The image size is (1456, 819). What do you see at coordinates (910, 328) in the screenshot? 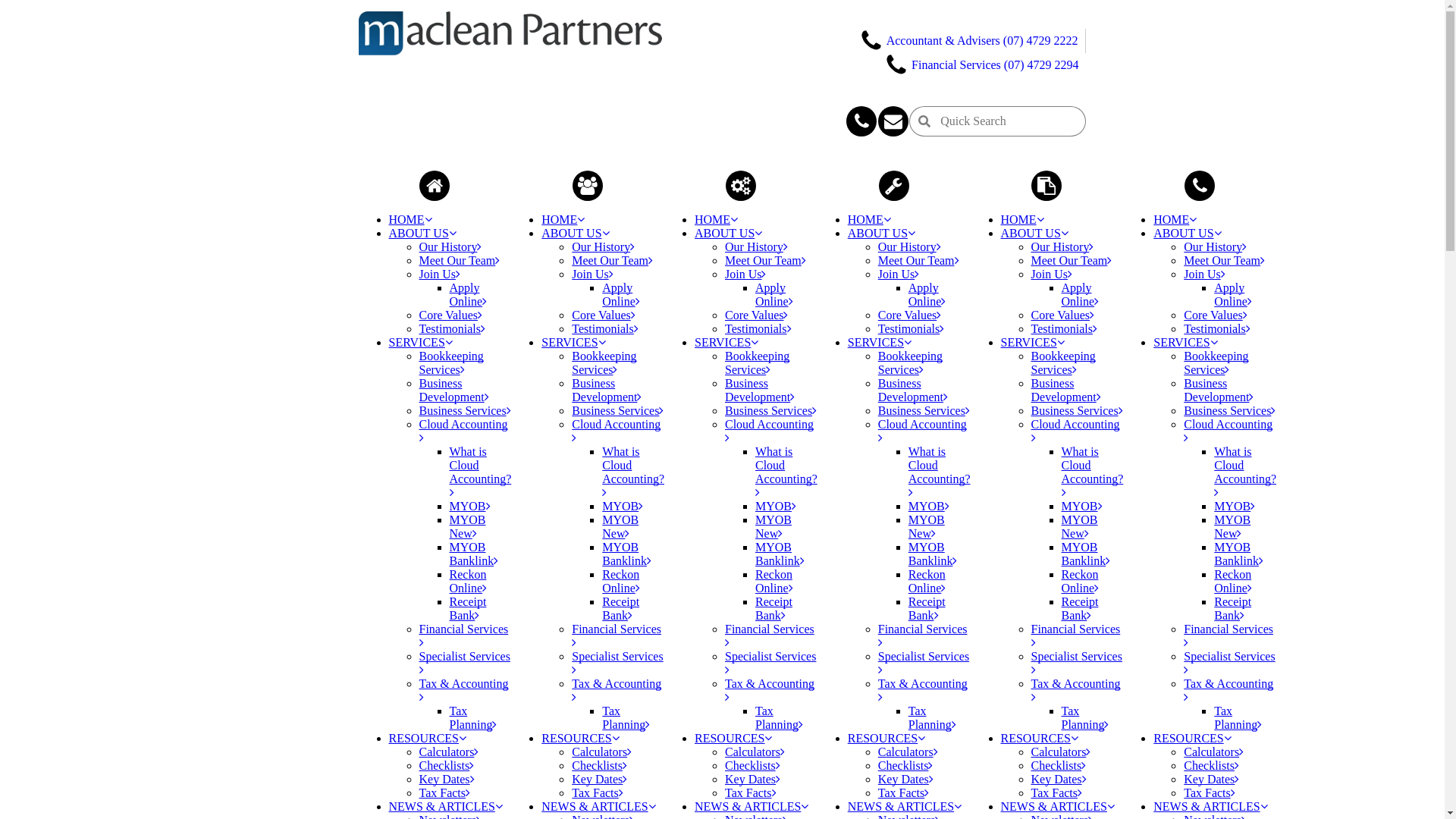
I see `'Testimonials'` at bounding box center [910, 328].